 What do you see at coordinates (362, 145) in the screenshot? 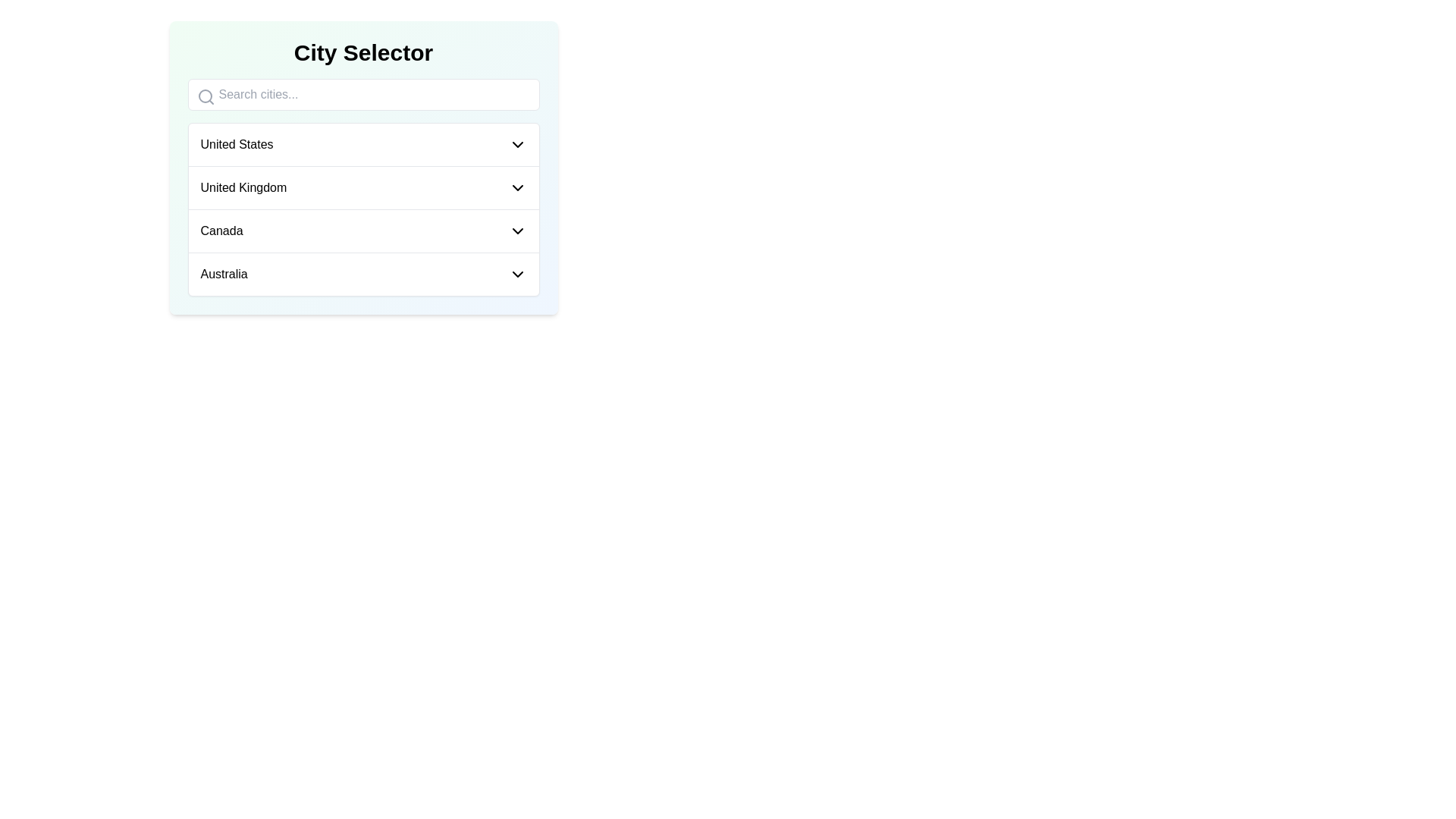
I see `the list item labeled 'United States' to confirm selection` at bounding box center [362, 145].